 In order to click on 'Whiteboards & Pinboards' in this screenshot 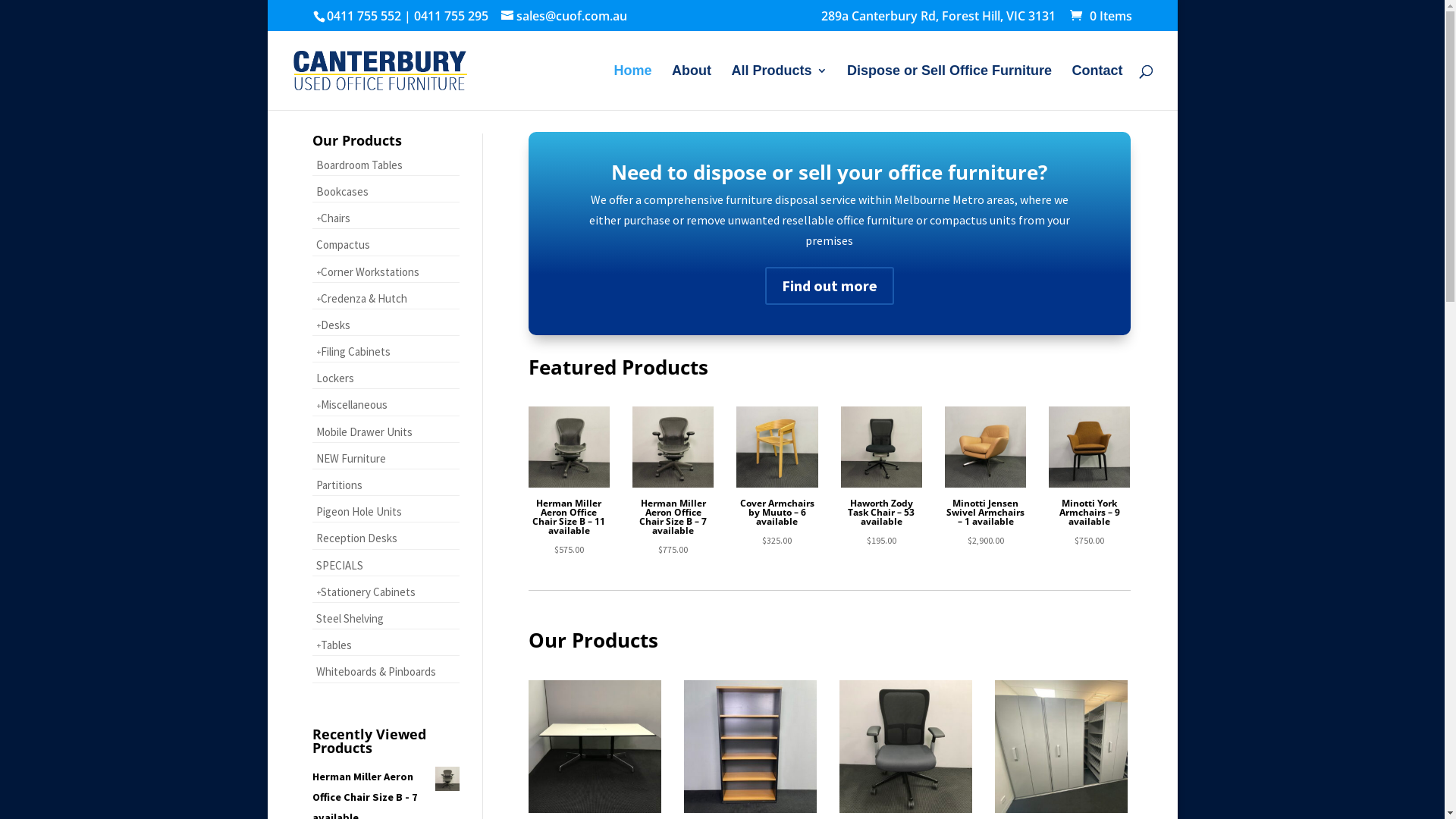, I will do `click(312, 670)`.